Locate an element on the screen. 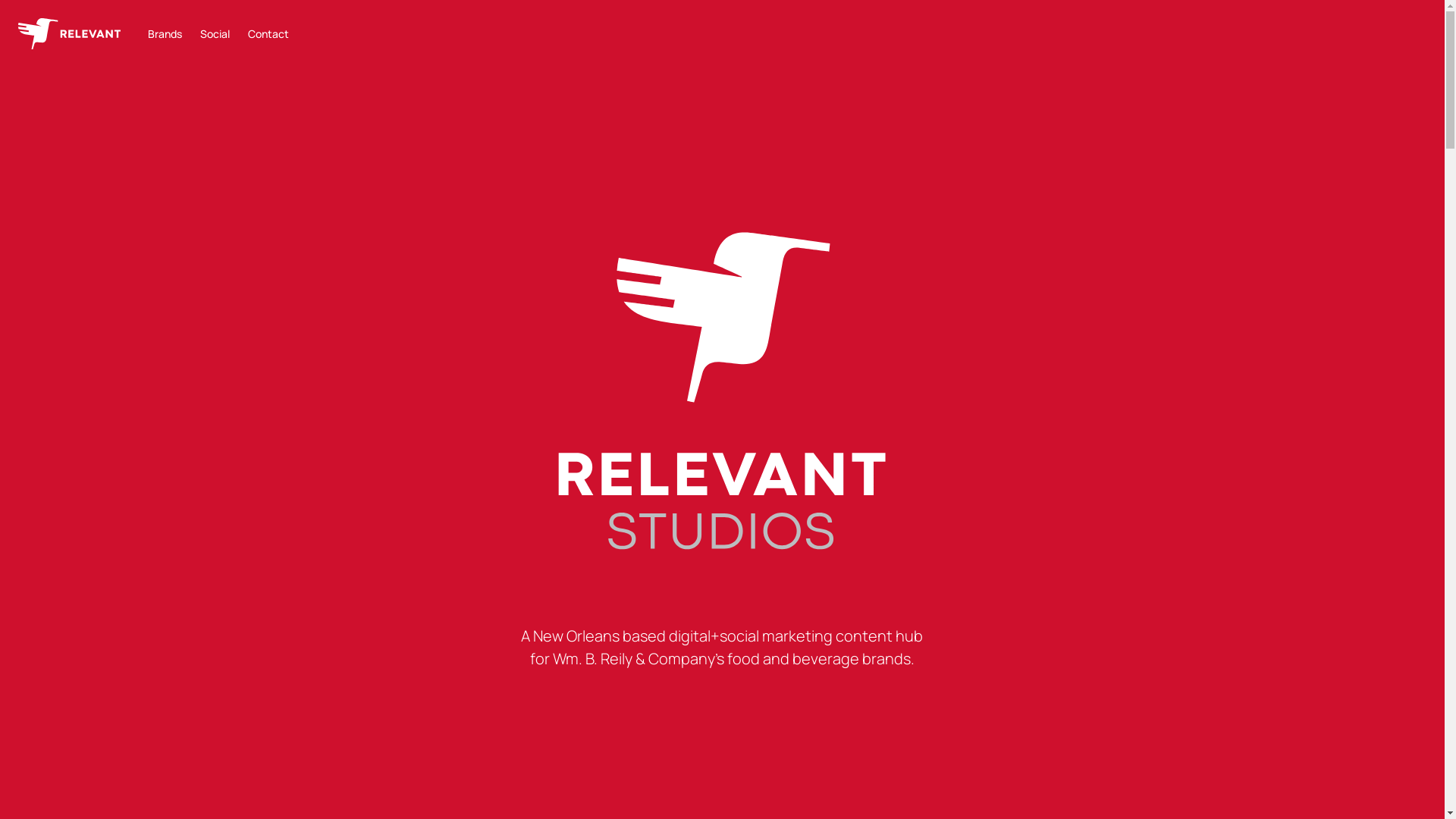  'Contact' is located at coordinates (268, 33).